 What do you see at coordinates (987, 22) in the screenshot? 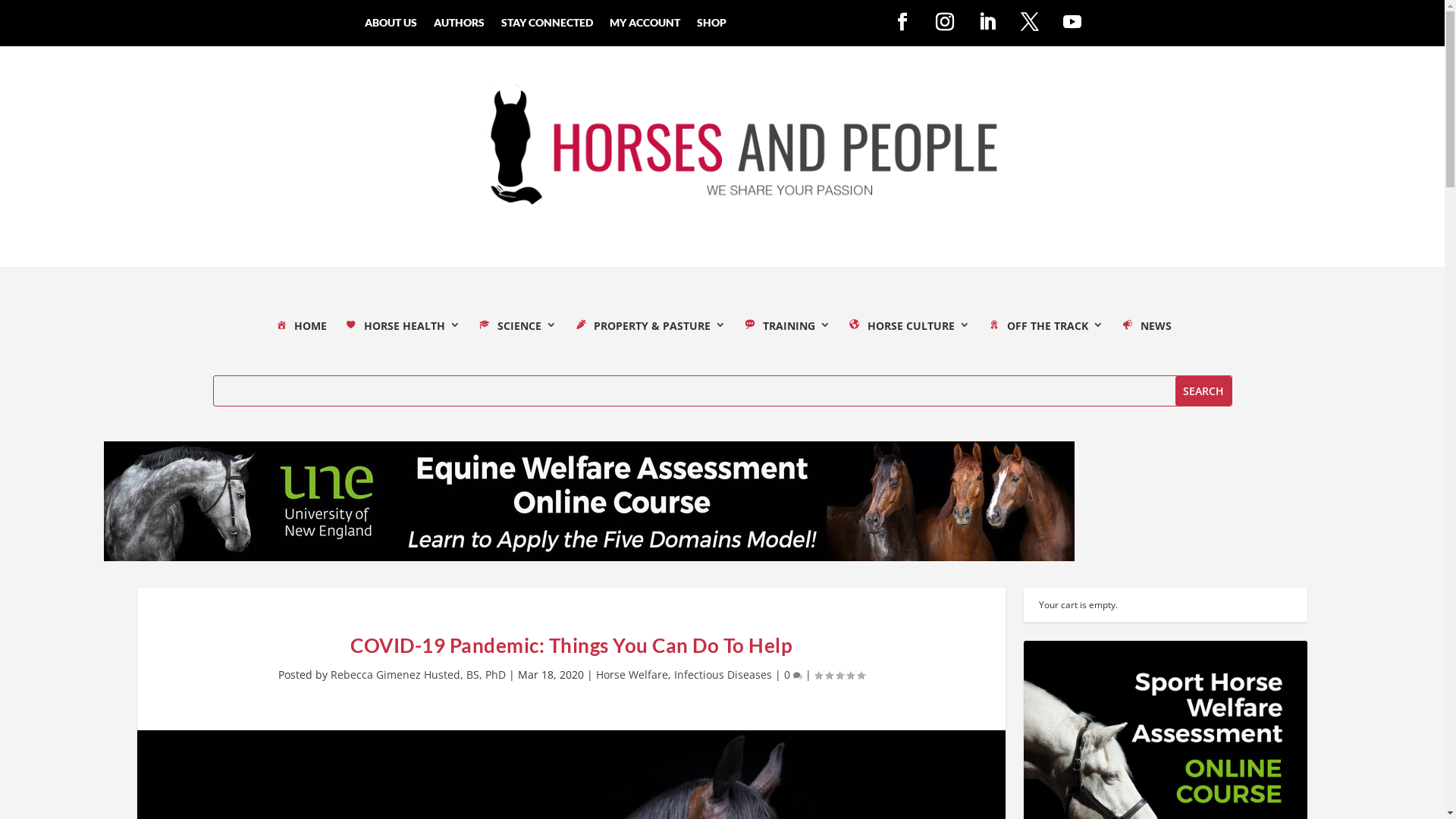
I see `'Follow on LinkedIn'` at bounding box center [987, 22].